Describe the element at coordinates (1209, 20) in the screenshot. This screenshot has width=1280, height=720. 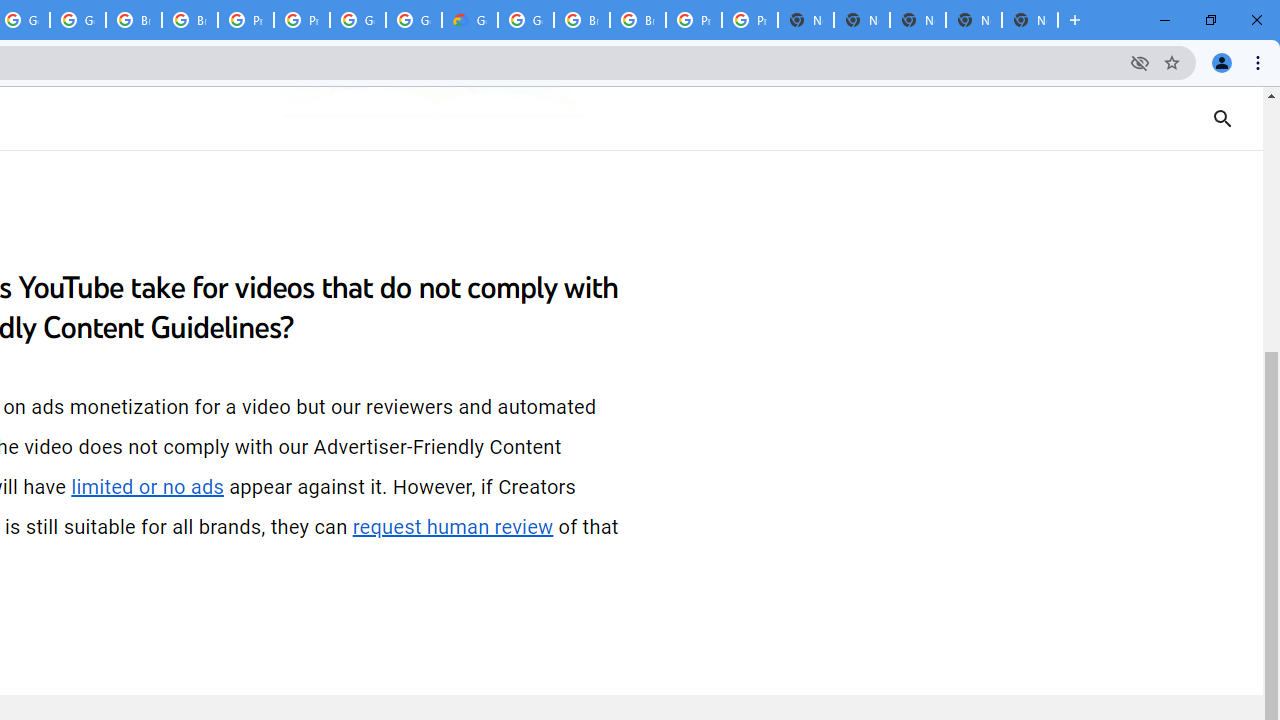
I see `'Restore'` at that location.